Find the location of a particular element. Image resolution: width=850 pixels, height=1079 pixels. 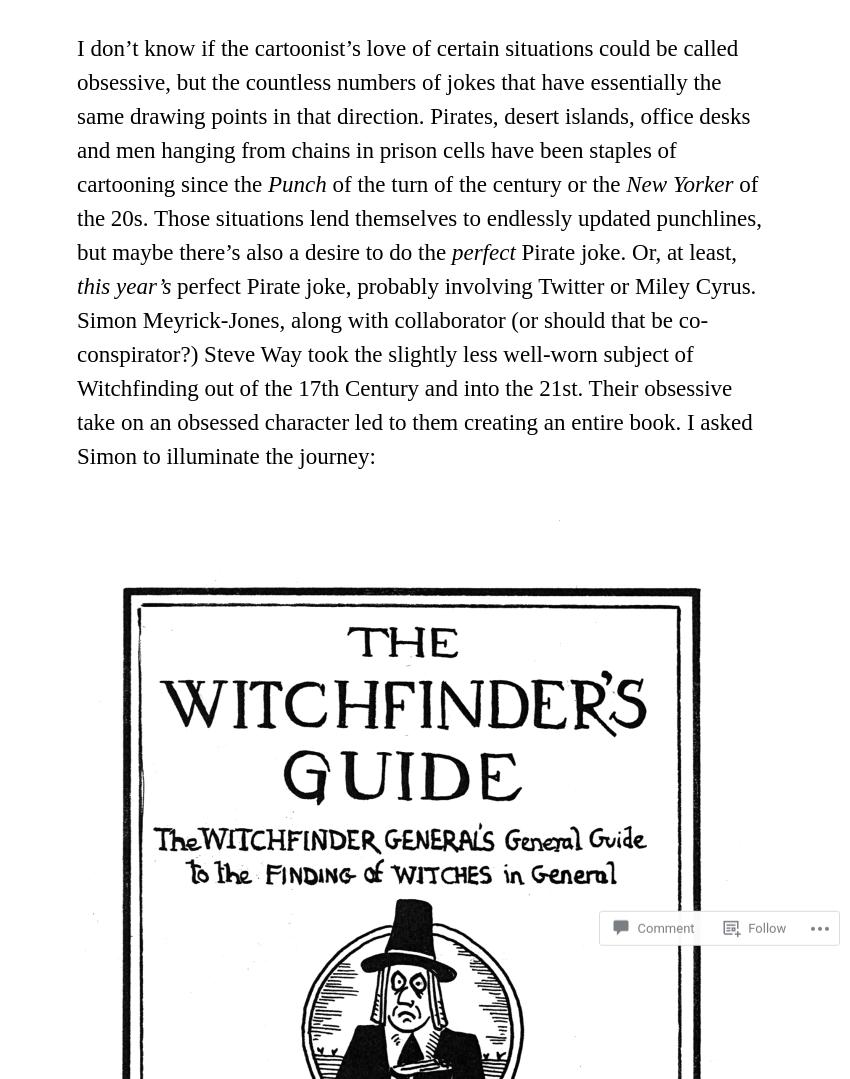

'Pirate joke. Or, at least,' is located at coordinates (625, 251).